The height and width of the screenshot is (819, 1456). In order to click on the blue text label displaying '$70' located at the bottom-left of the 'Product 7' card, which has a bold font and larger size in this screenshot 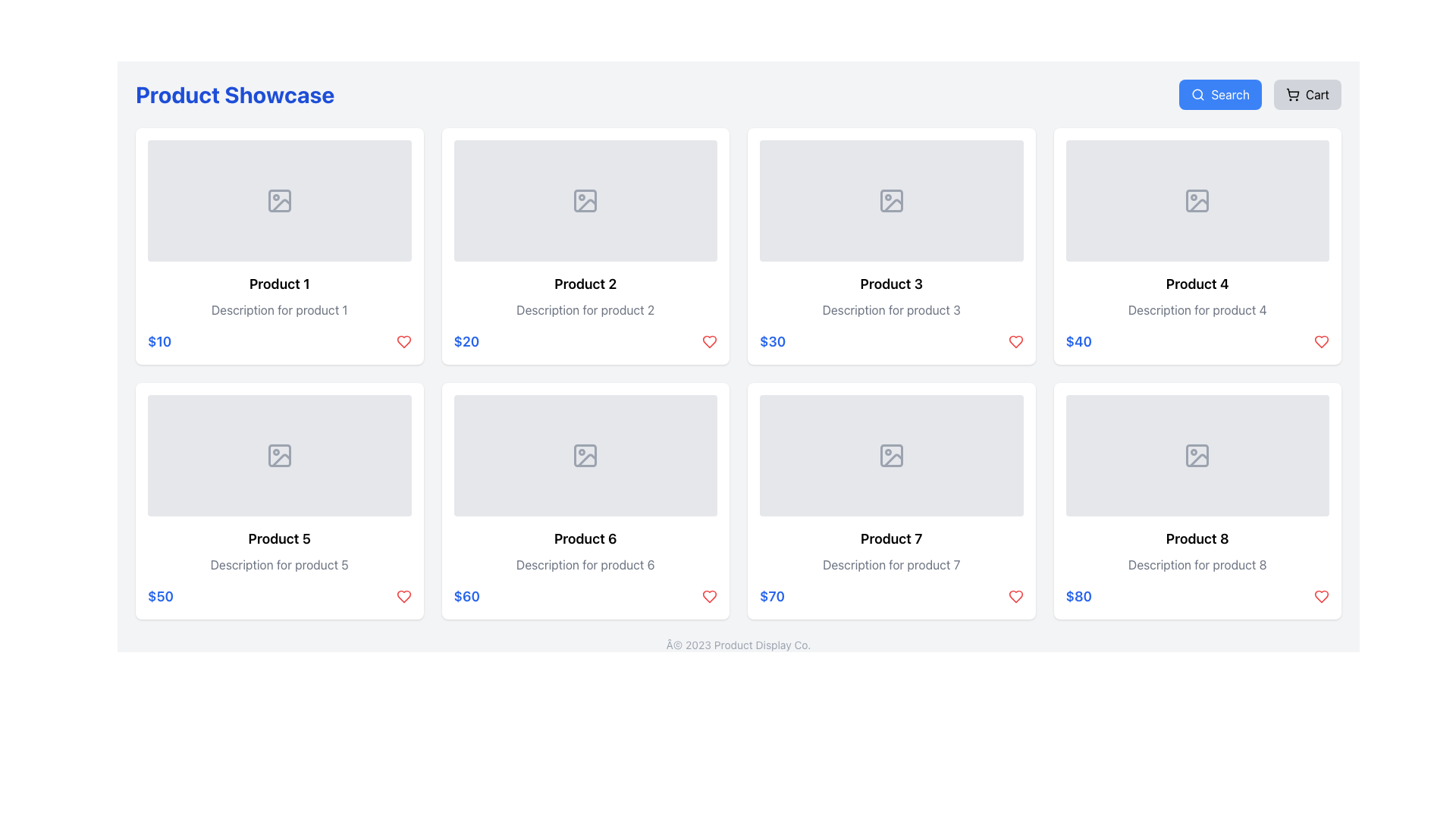, I will do `click(772, 595)`.